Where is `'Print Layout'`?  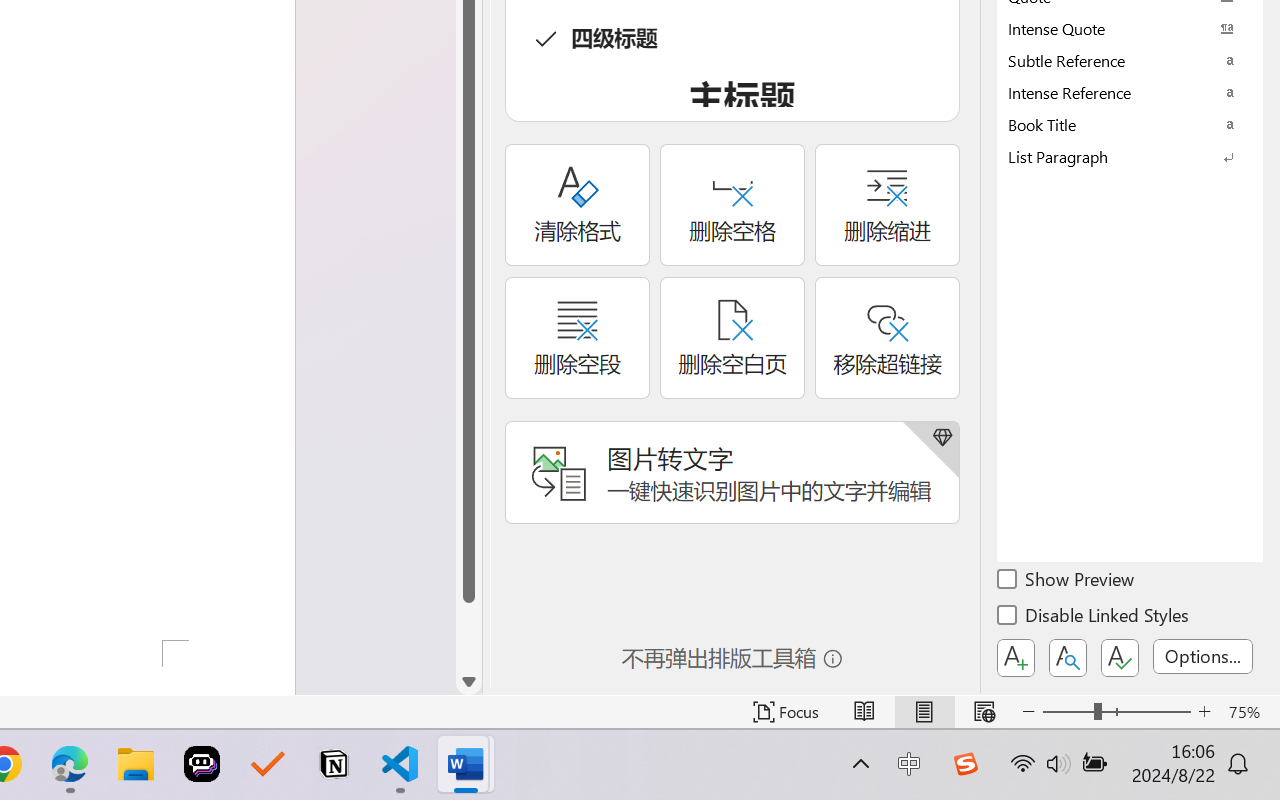
'Print Layout' is located at coordinates (923, 711).